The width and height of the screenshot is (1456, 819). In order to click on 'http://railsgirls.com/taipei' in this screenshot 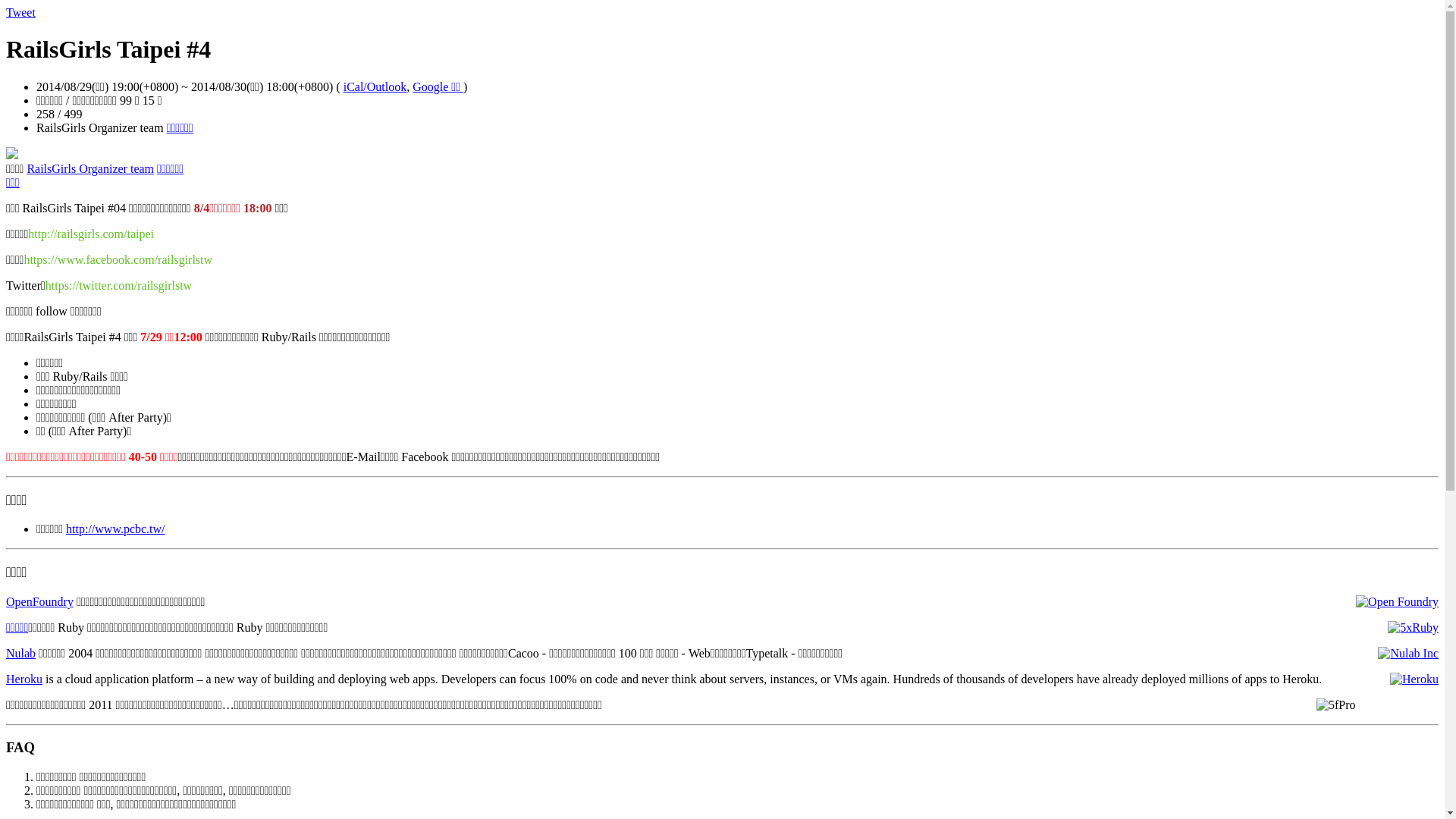, I will do `click(28, 234)`.